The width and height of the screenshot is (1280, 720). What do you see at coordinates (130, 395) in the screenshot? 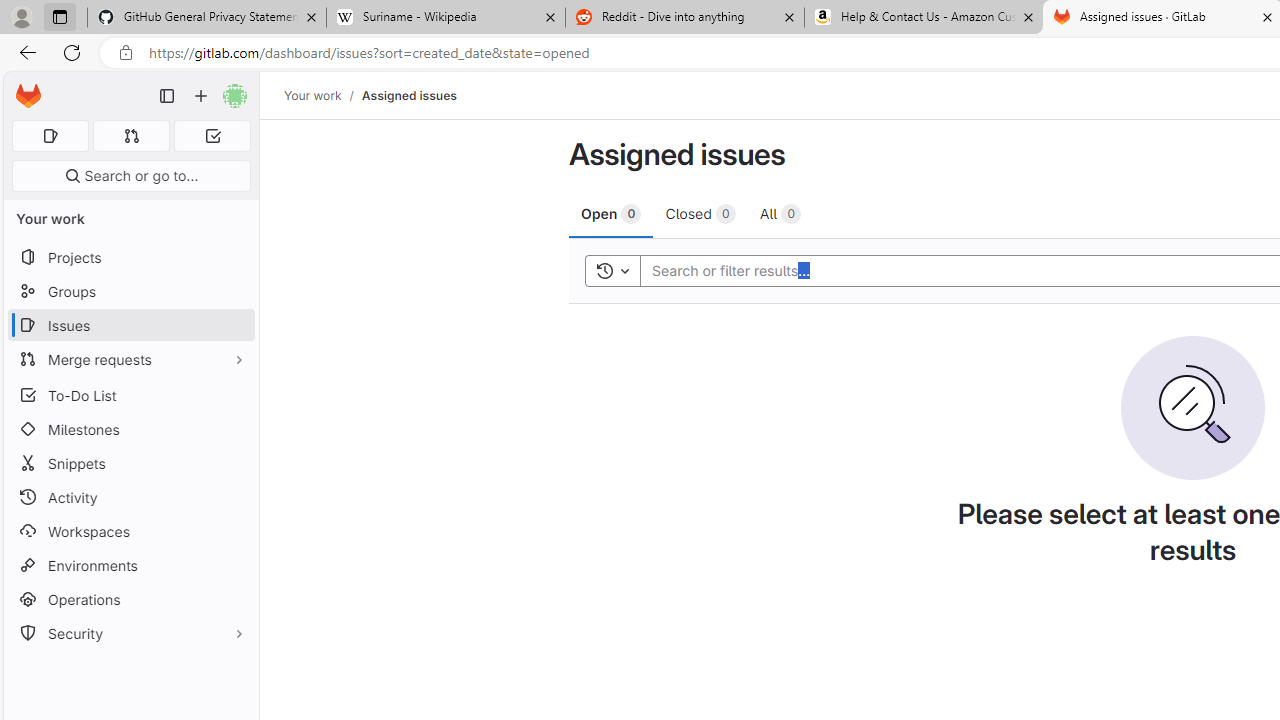
I see `'To-Do List'` at bounding box center [130, 395].